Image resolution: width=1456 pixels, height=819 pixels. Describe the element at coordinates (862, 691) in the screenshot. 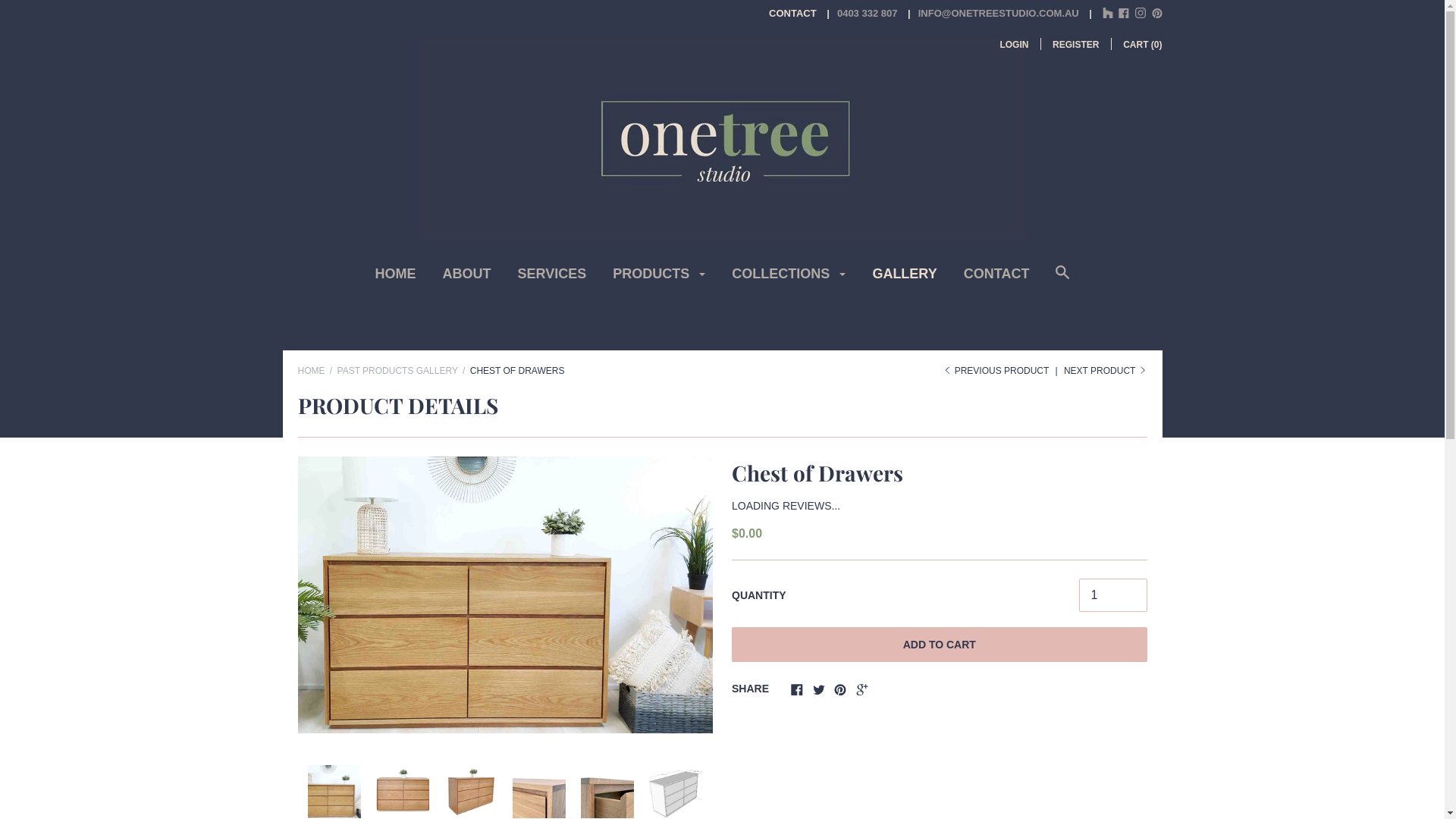

I see `'Google+'` at that location.